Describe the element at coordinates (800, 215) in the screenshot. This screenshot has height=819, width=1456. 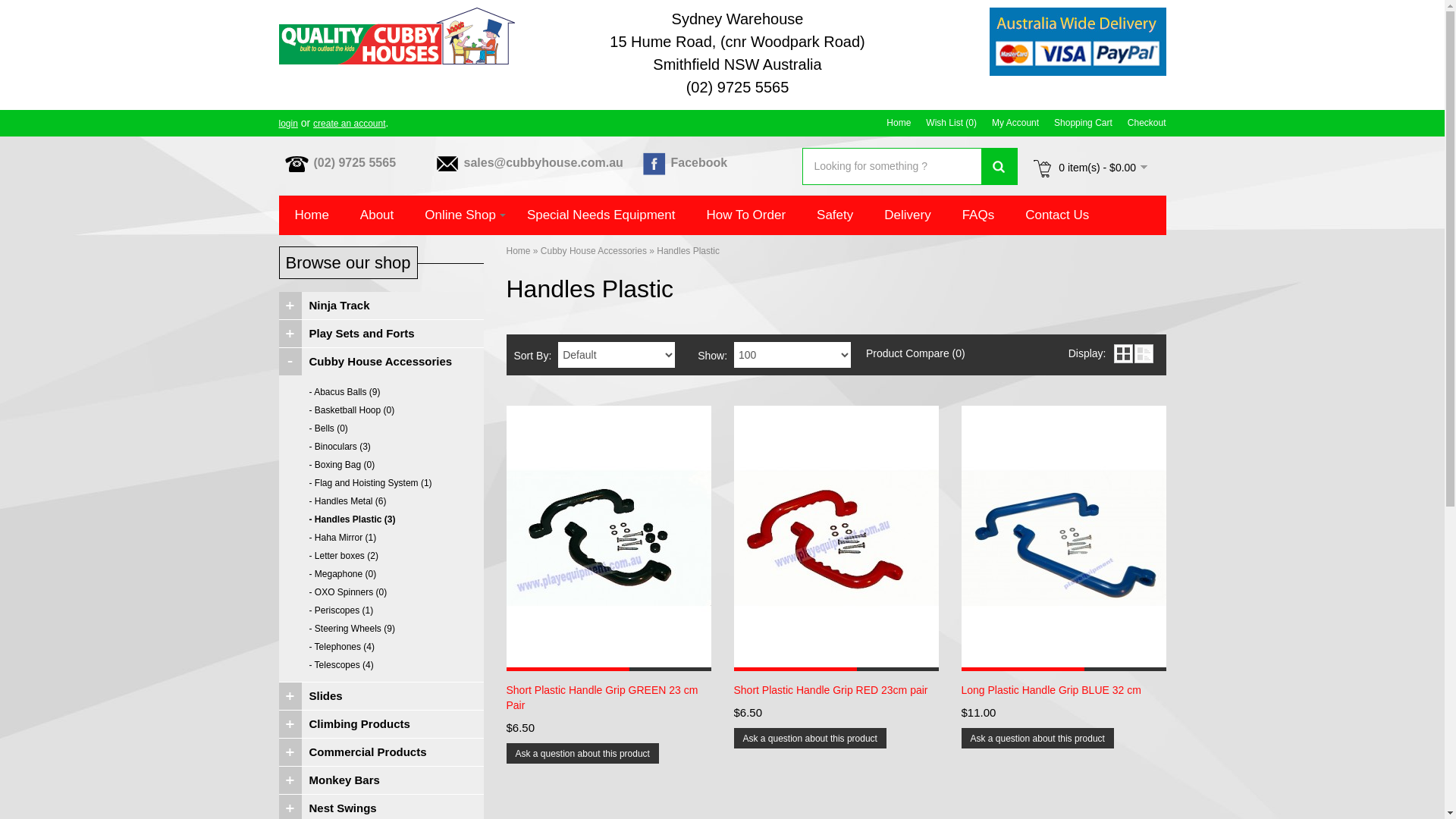
I see `'Safety'` at that location.